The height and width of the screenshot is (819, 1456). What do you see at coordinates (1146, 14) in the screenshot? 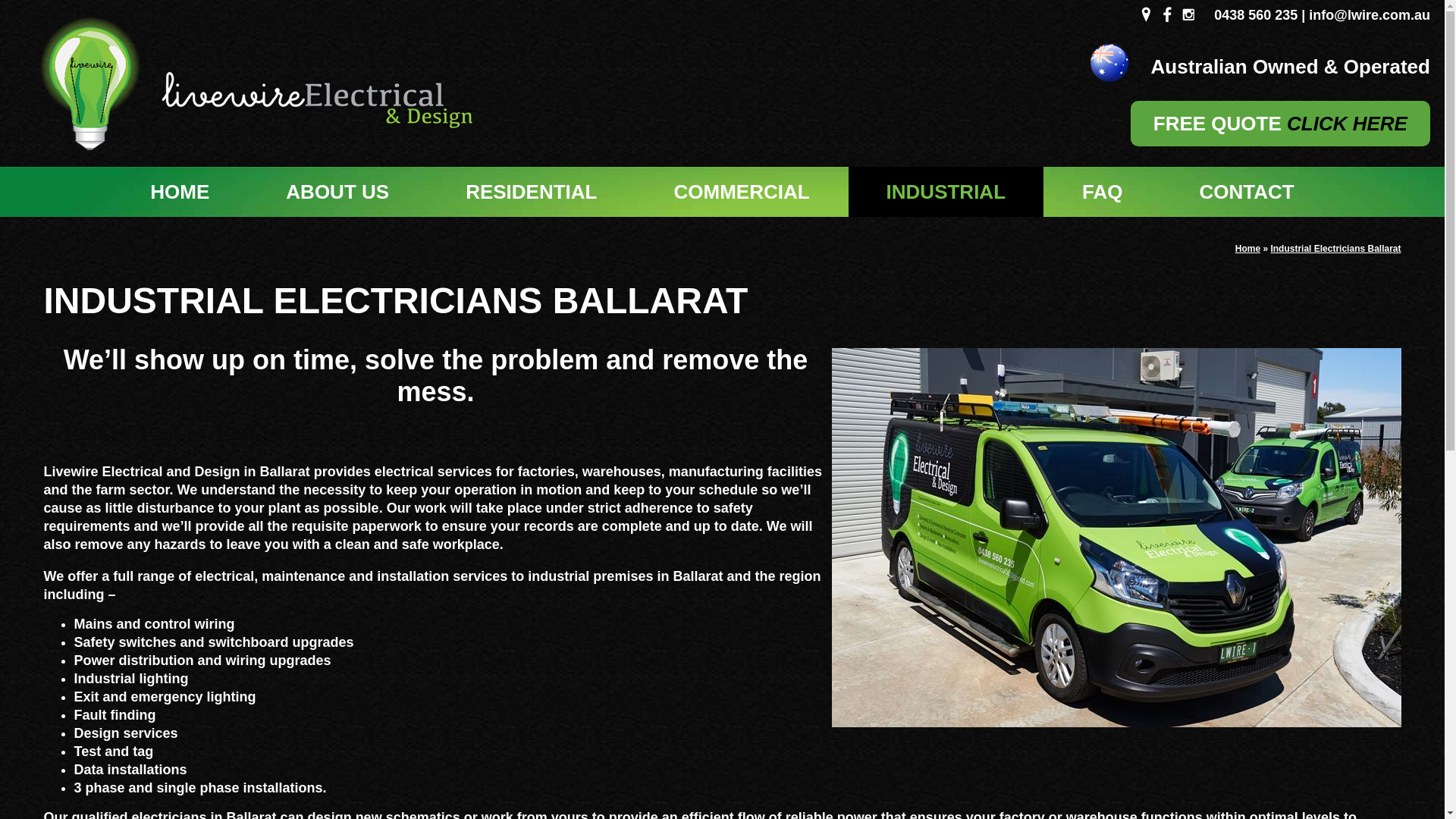
I see `'Our Location on Google maps'` at bounding box center [1146, 14].